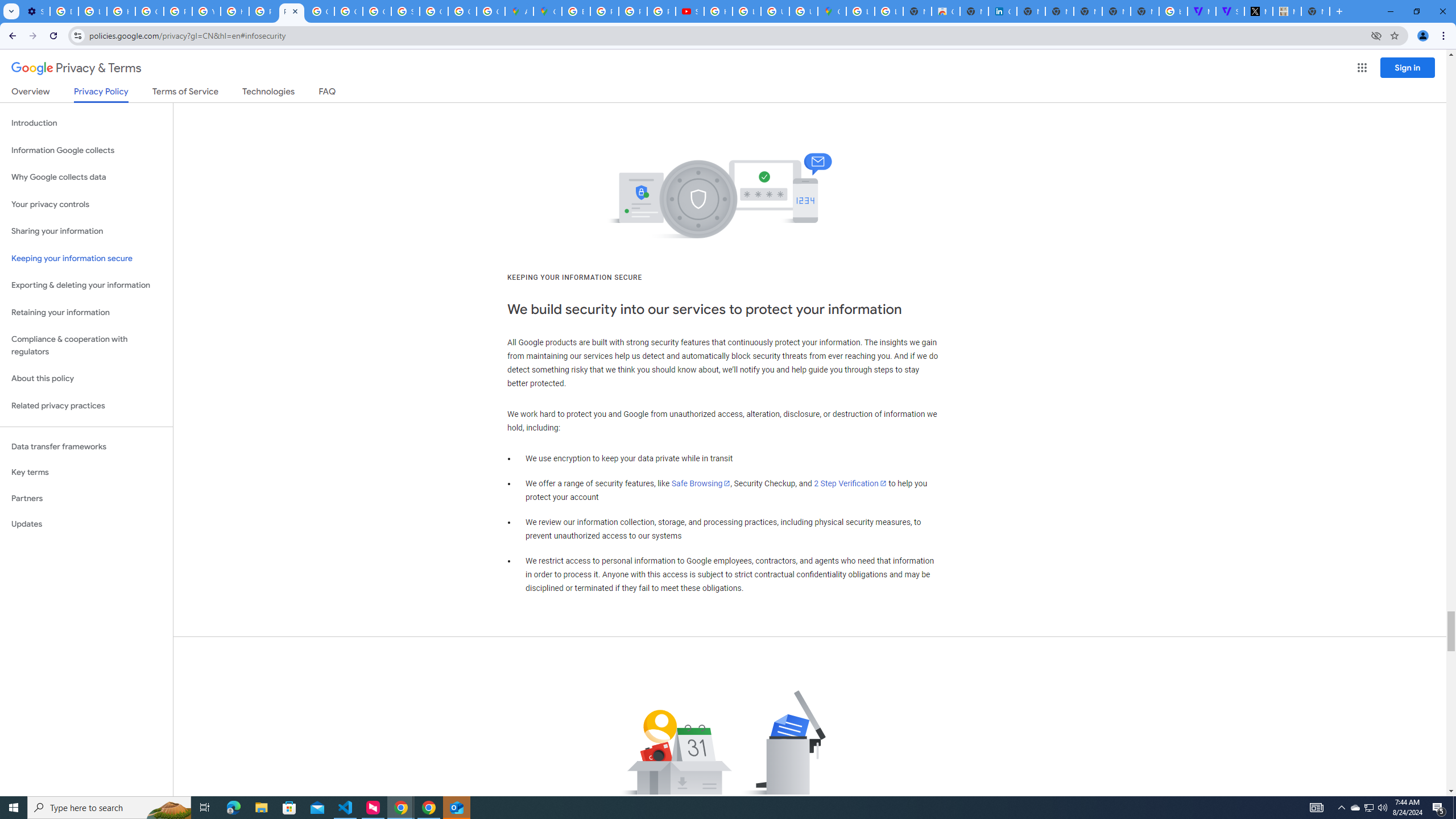 Image resolution: width=1456 pixels, height=819 pixels. I want to click on 'Why Google collects data', so click(86, 176).